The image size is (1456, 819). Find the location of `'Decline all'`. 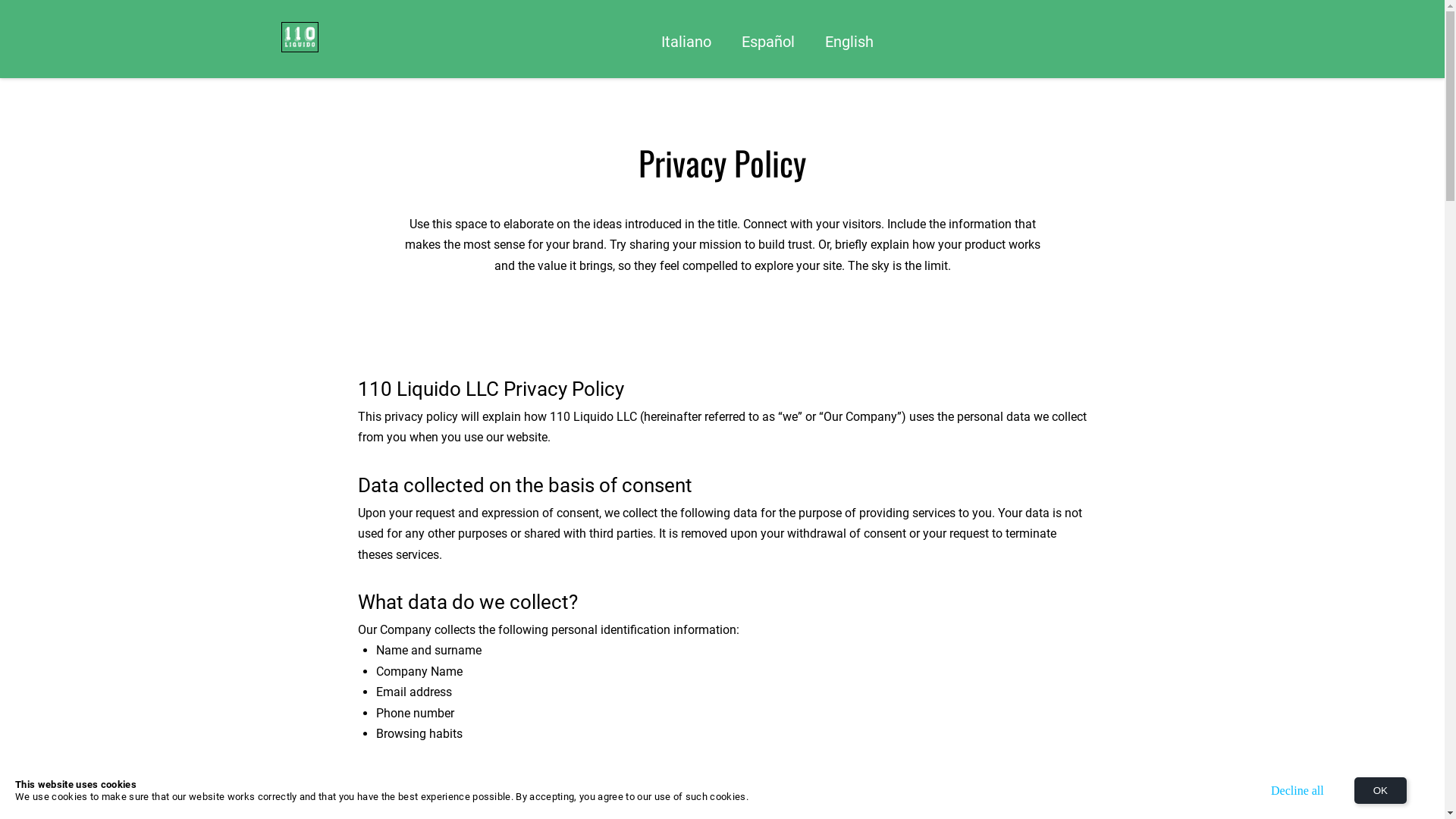

'Decline all' is located at coordinates (1296, 789).